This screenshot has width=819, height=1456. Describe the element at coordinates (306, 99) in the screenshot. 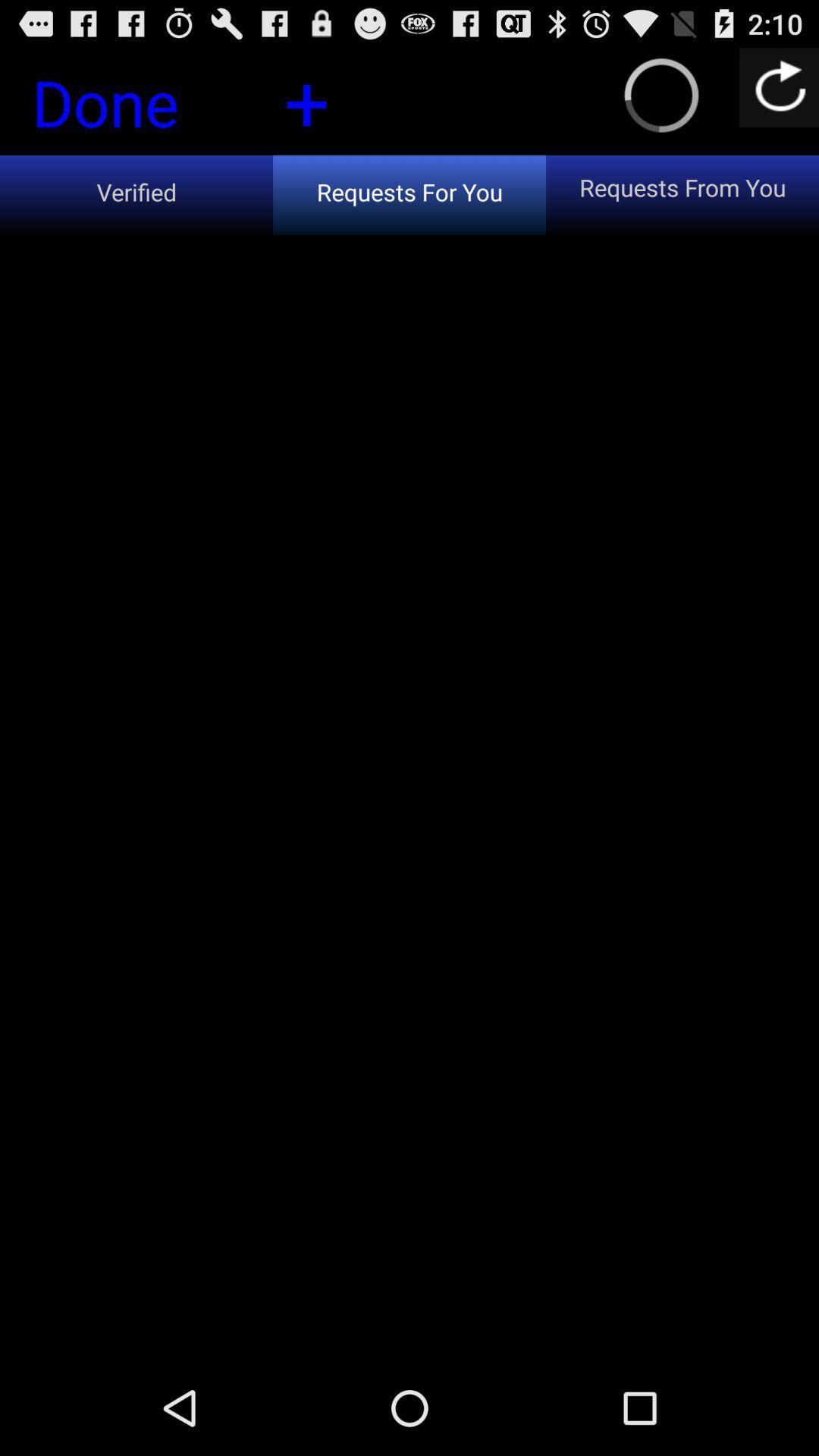

I see `the + icon` at that location.